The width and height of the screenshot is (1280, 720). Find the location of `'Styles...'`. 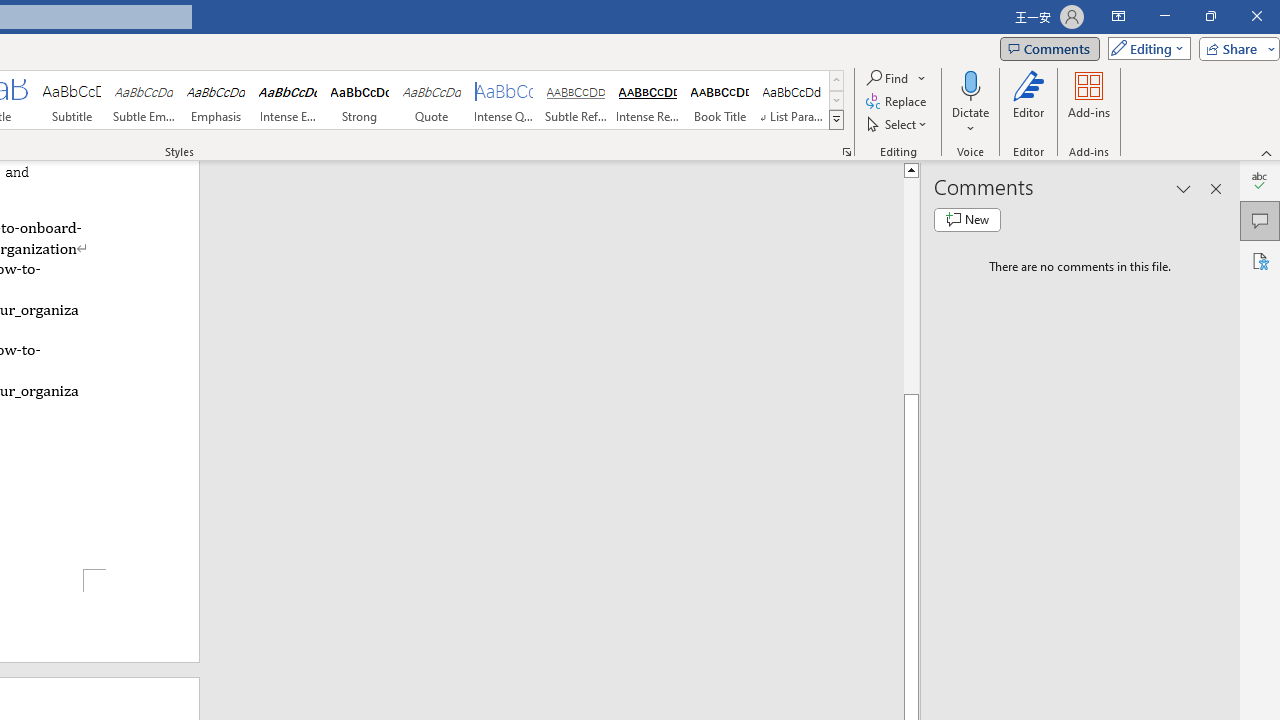

'Styles...' is located at coordinates (846, 150).